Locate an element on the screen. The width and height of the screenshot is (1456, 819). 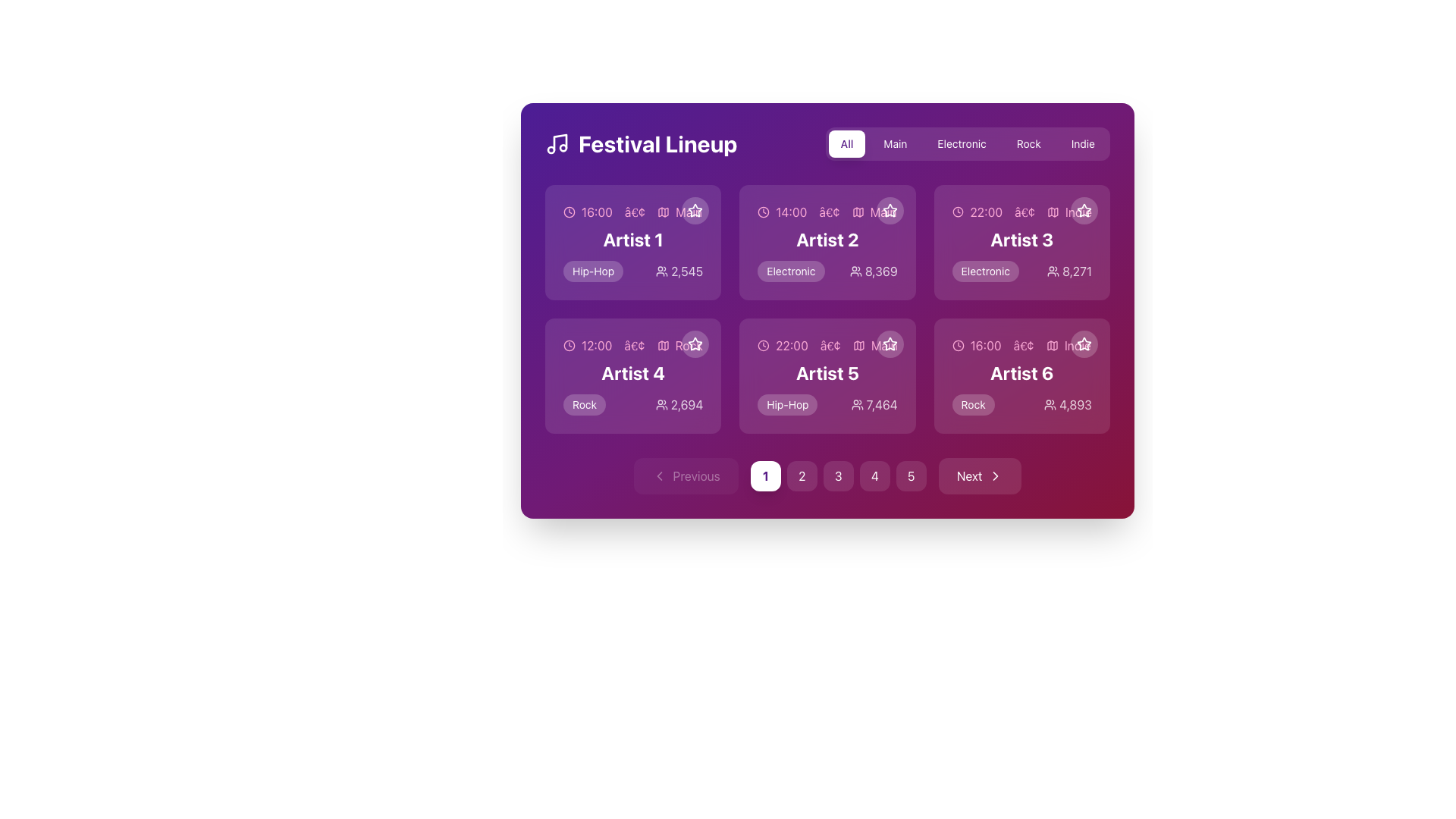
the favorite or bookmark icon located in the upper-right corner of the 'Artist 1' card is located at coordinates (694, 210).